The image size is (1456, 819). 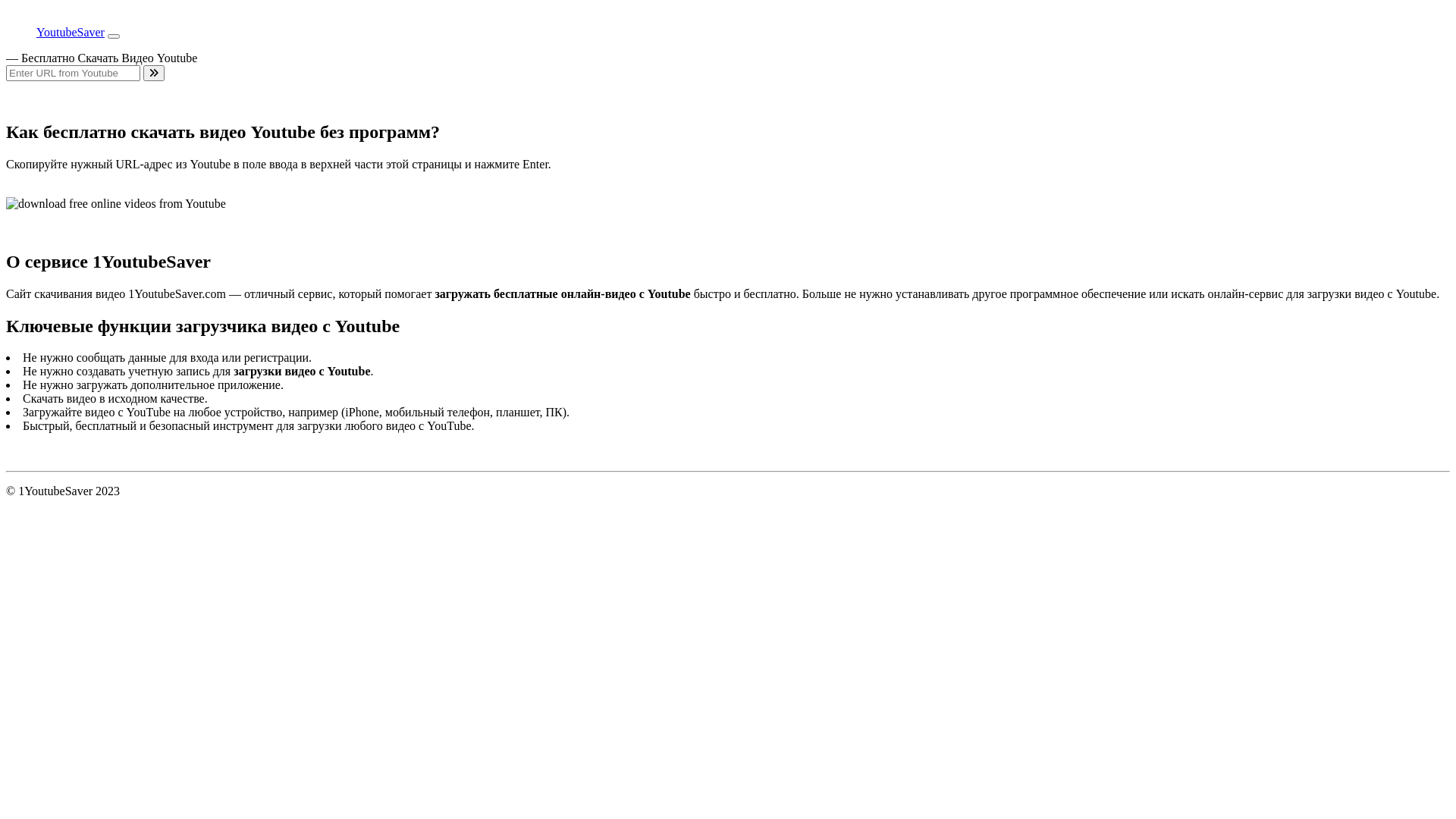 What do you see at coordinates (55, 32) in the screenshot?
I see `'YoutubeSaver'` at bounding box center [55, 32].